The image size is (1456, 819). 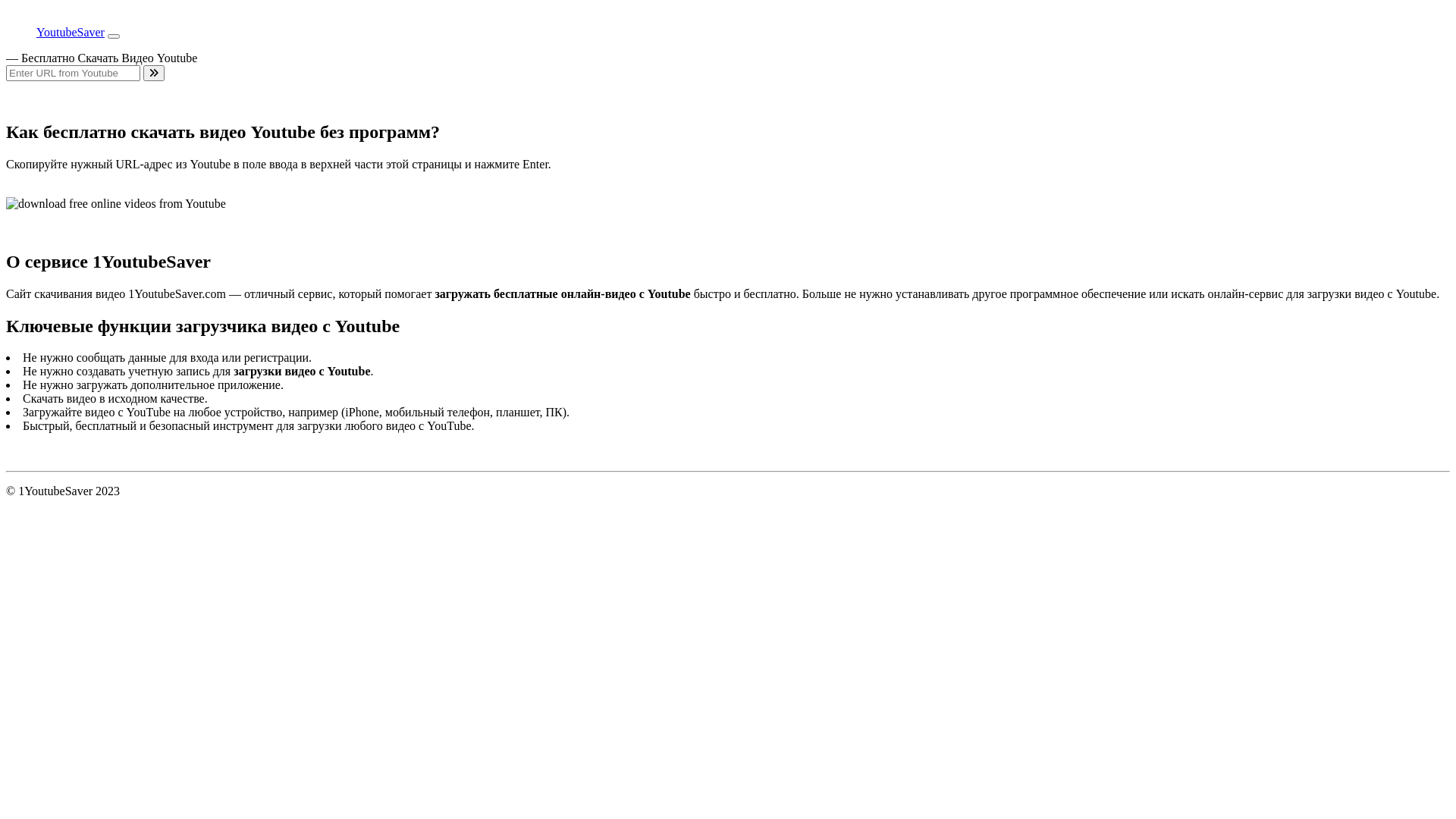 What do you see at coordinates (55, 32) in the screenshot?
I see `'YoutubeSaver'` at bounding box center [55, 32].